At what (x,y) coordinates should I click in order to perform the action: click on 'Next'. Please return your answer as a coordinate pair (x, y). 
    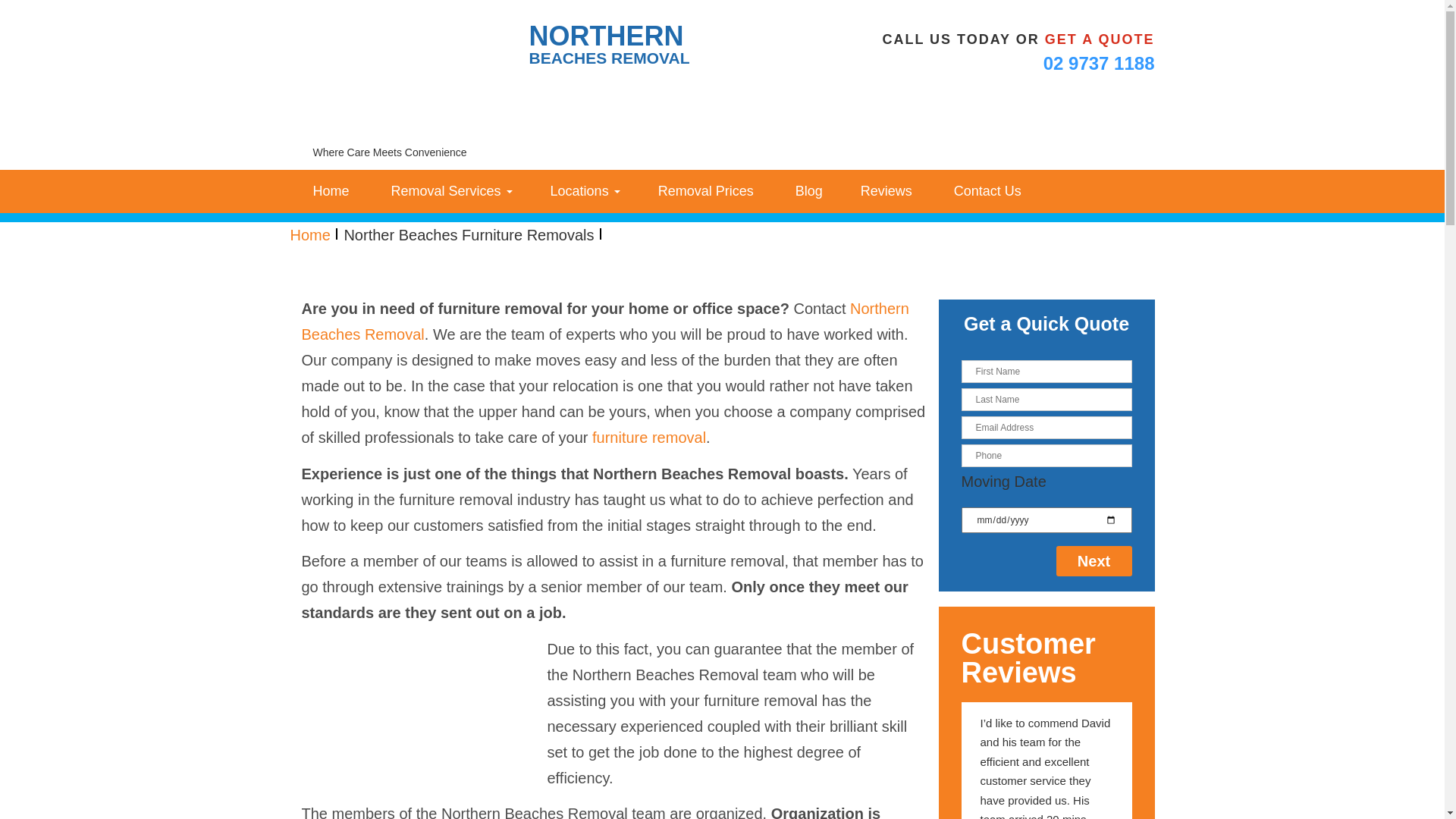
    Looking at the image, I should click on (1055, 561).